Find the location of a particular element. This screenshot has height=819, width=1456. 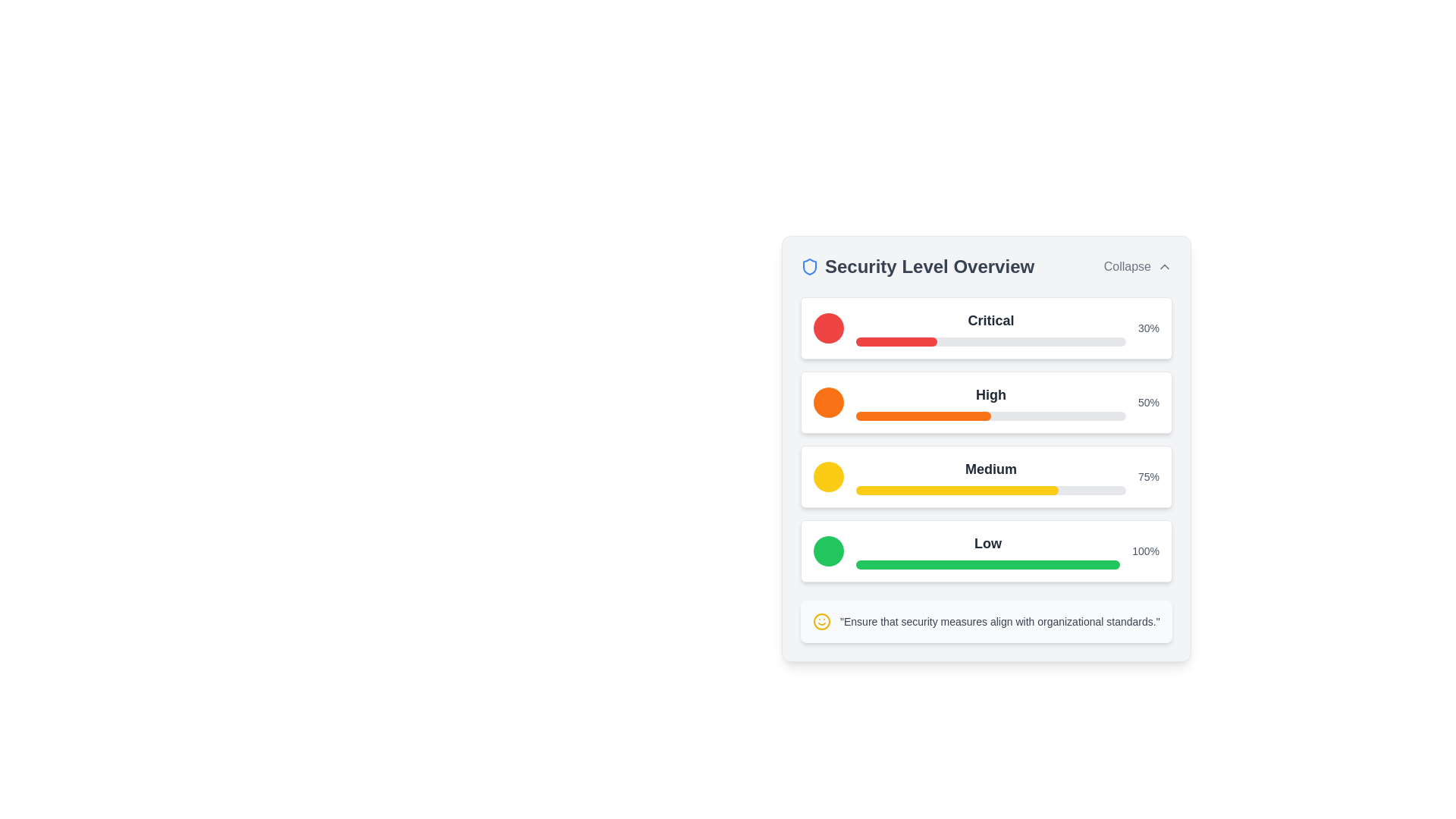

the red horizontal progress bar in the 'Security Level Overview' panel if it is interactive is located at coordinates (896, 342).